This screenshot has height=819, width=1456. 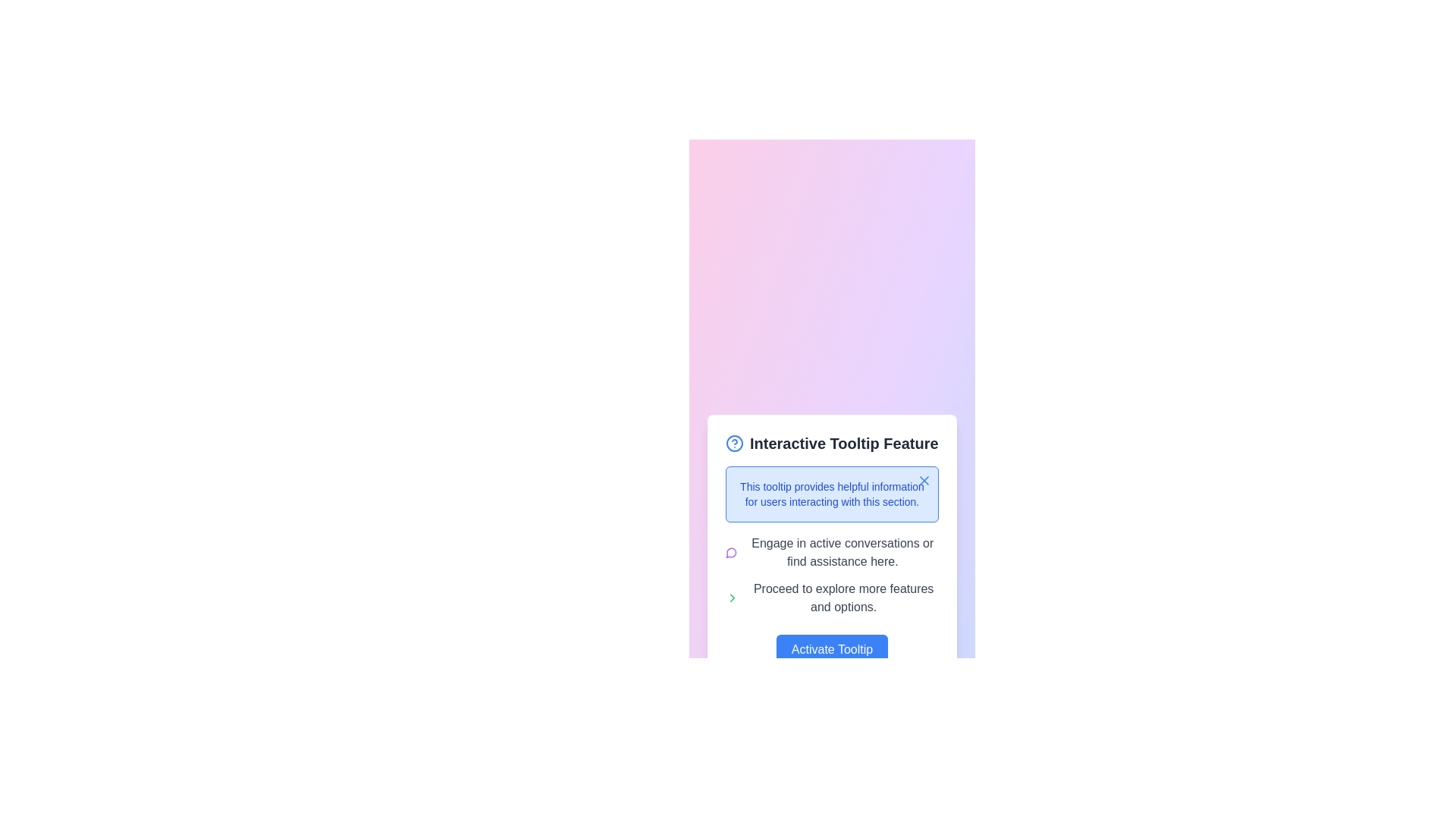 What do you see at coordinates (735, 444) in the screenshot?
I see `the information icon located in the upper section of the content card, to the left of the text title` at bounding box center [735, 444].